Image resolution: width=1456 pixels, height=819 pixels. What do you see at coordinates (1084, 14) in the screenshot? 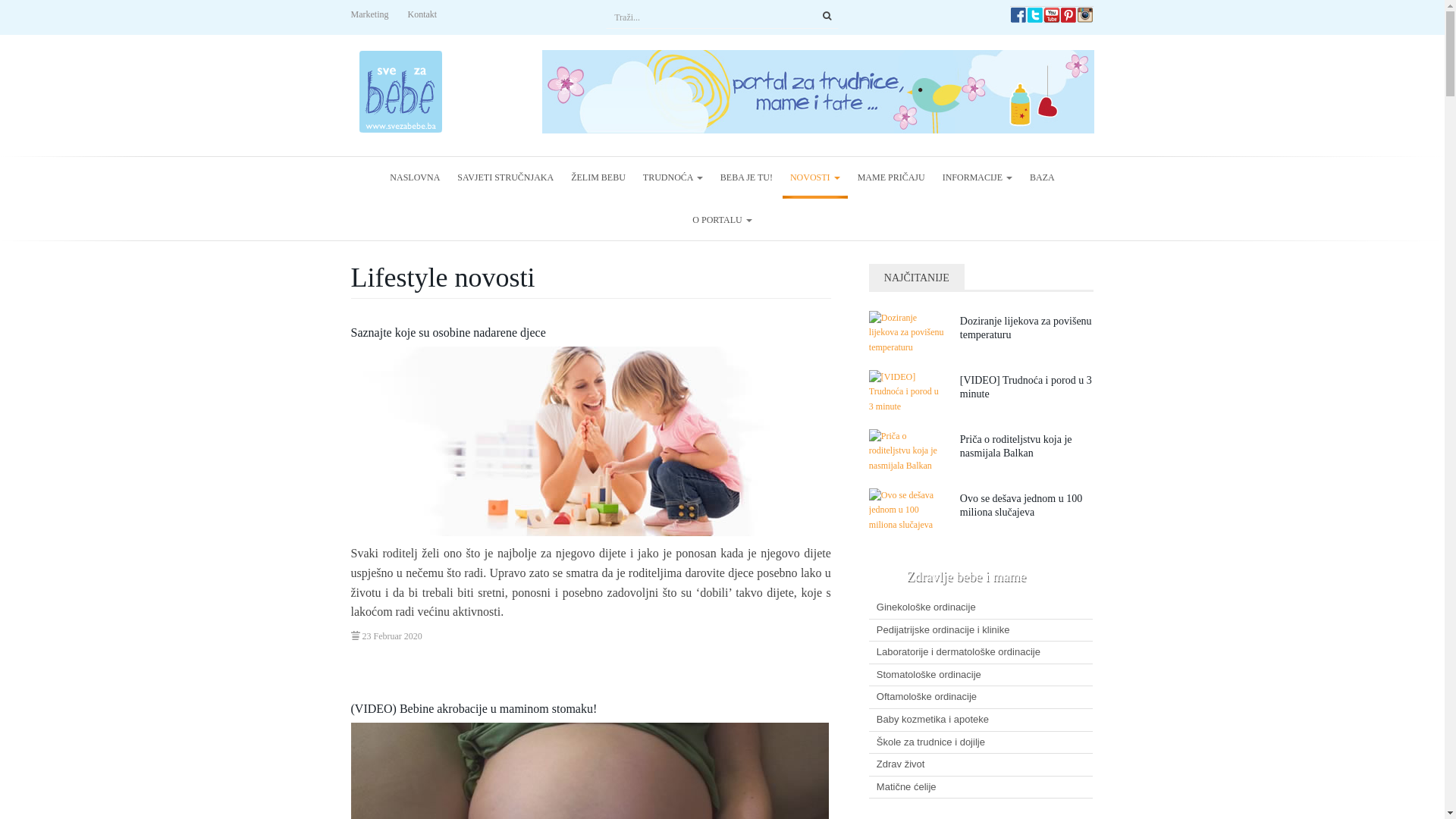
I see `'svezabebe.ba Instagram'` at bounding box center [1084, 14].